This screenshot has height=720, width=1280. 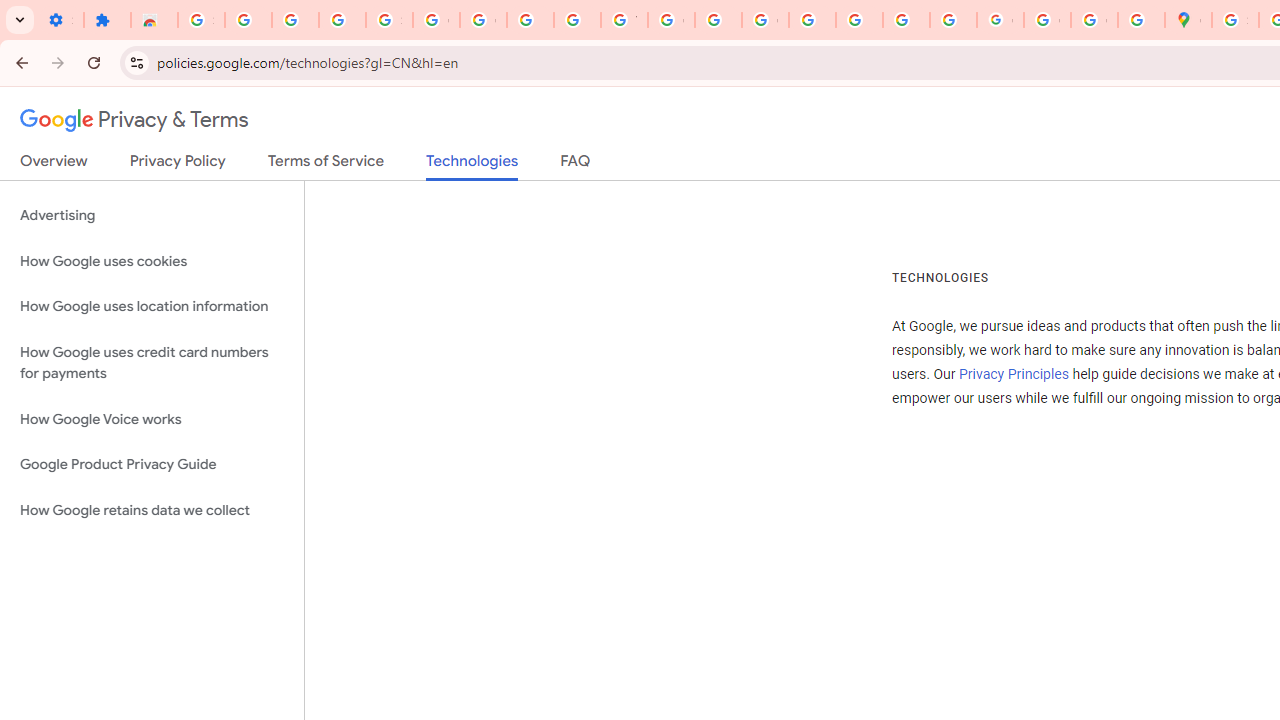 What do you see at coordinates (435, 20) in the screenshot?
I see `'Google Account Help'` at bounding box center [435, 20].